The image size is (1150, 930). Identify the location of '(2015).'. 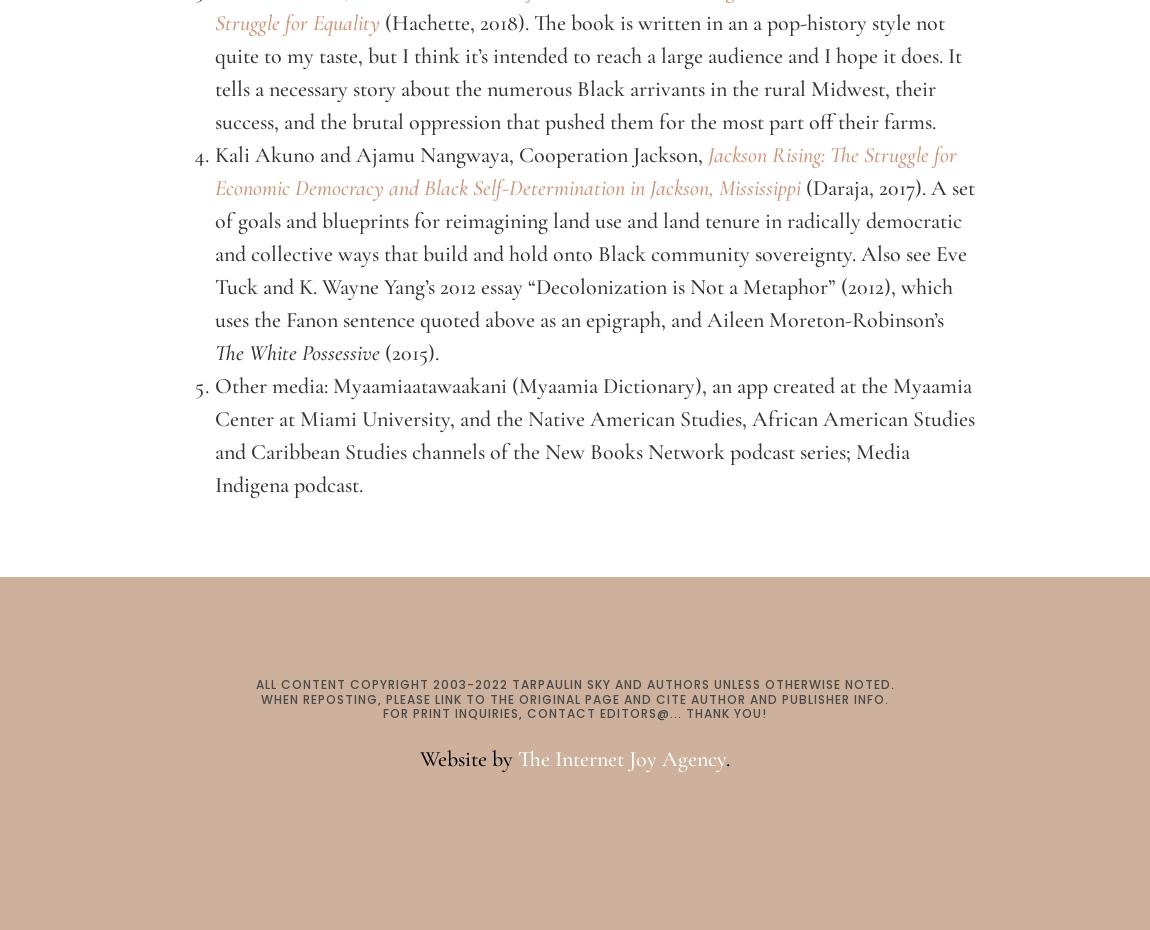
(379, 352).